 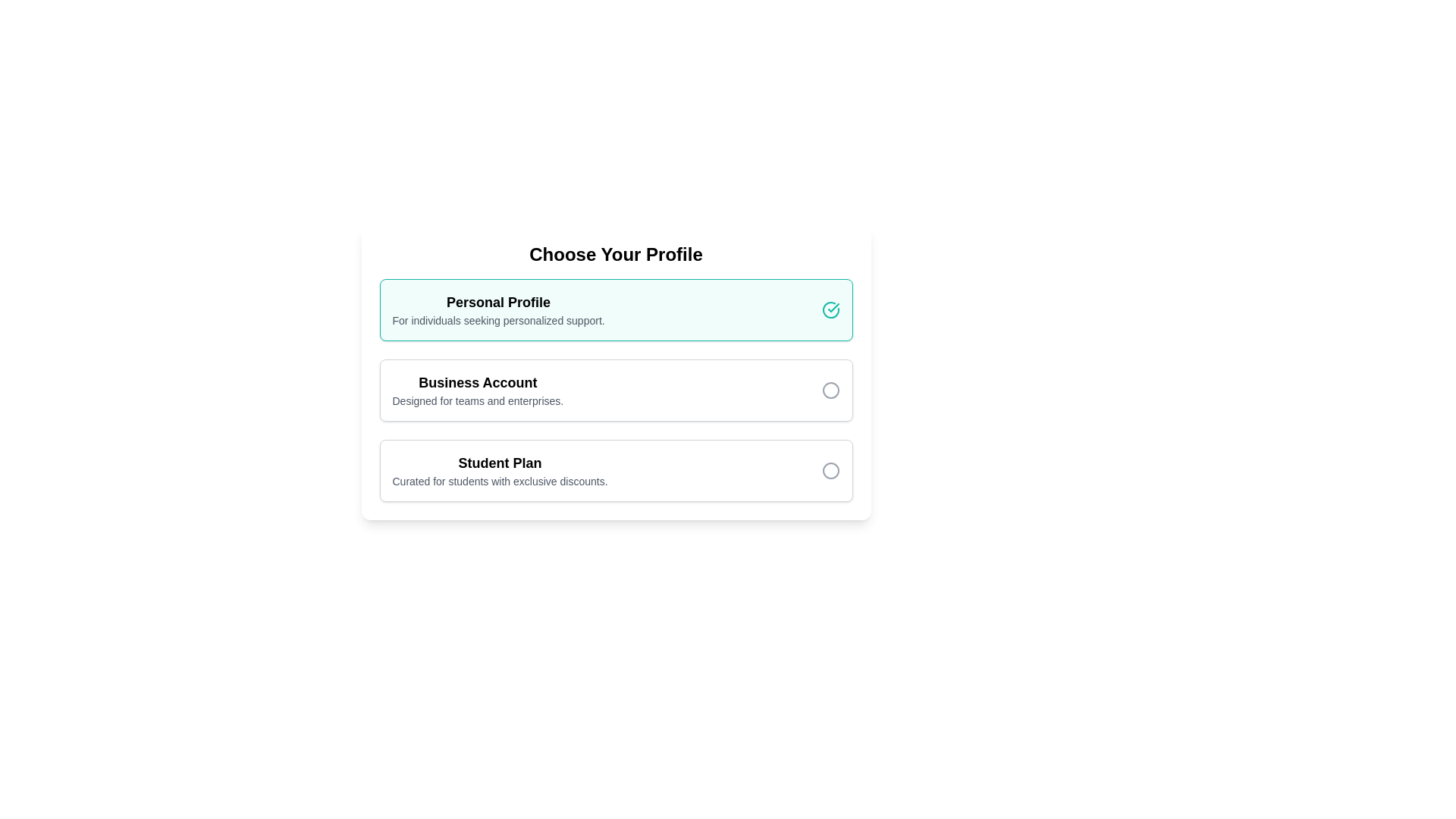 I want to click on the 'Business Account' text label, which is the main heading of the second profile option in the vertically stacked list of profile options, so click(x=477, y=382).